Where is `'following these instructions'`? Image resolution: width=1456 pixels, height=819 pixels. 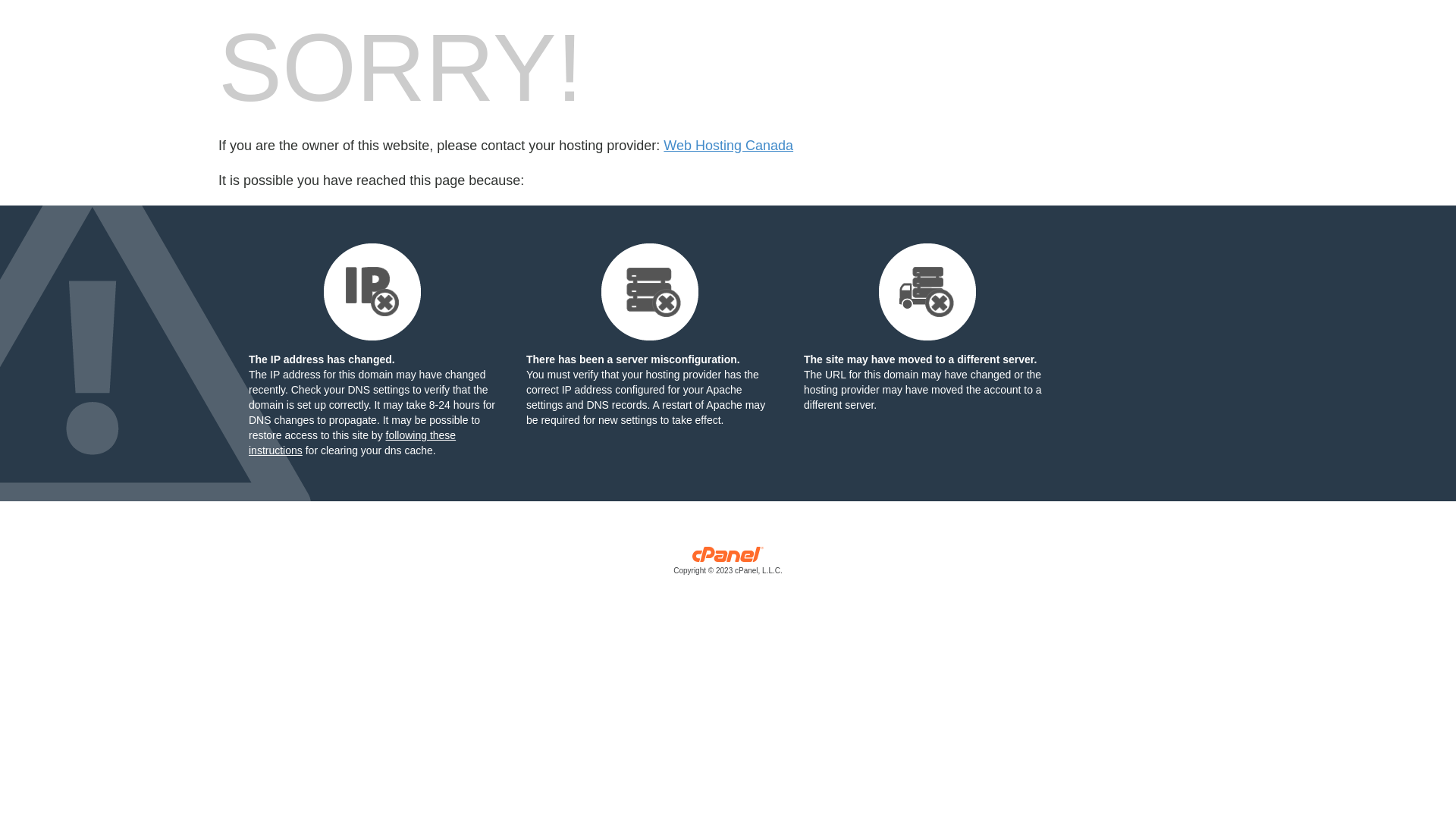 'following these instructions' is located at coordinates (351, 442).